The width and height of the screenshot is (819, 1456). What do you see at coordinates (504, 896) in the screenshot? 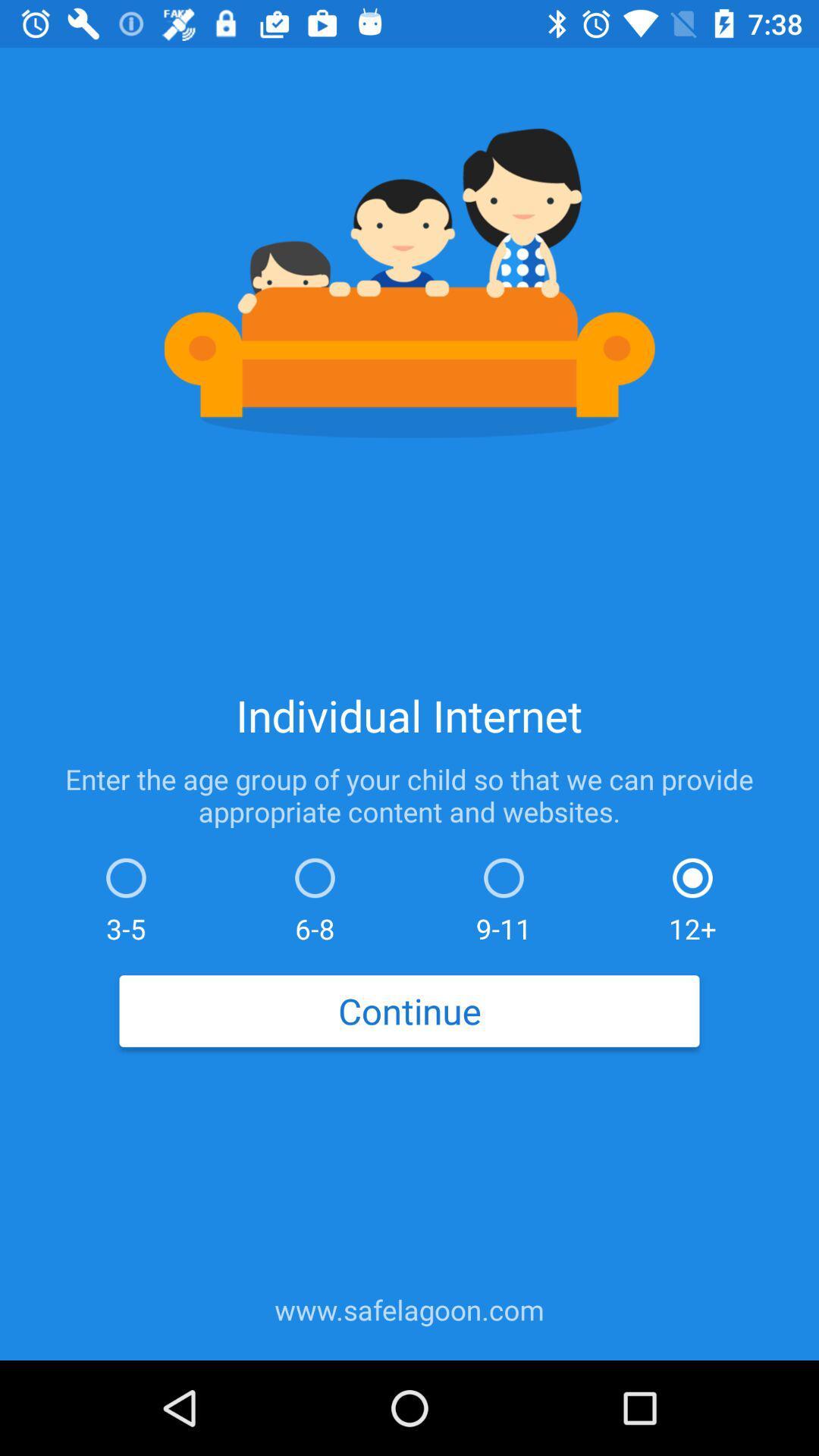
I see `the icon above continue` at bounding box center [504, 896].